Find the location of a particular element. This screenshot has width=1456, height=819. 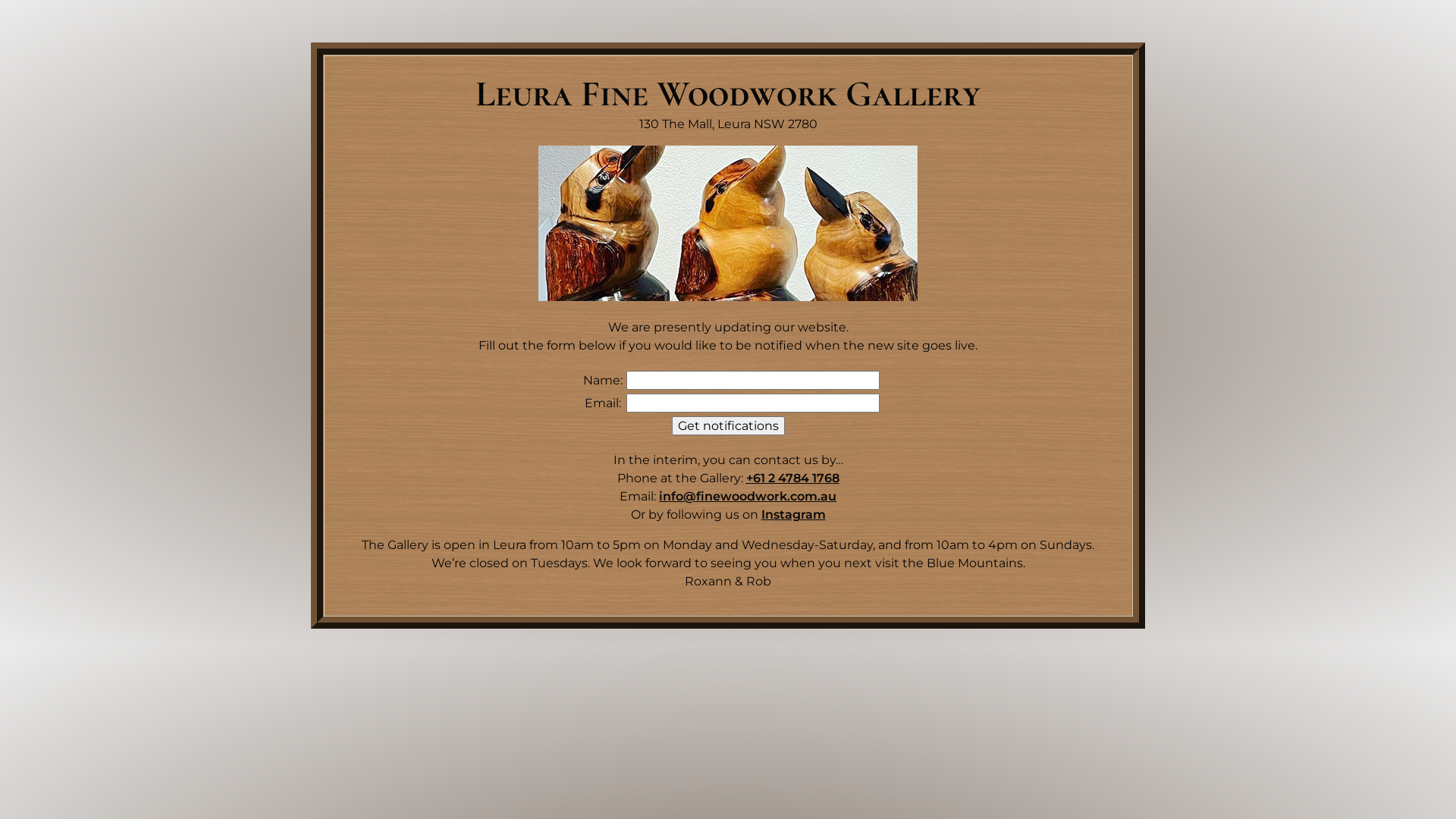

'info@finewoodwork.com.au' is located at coordinates (658, 496).